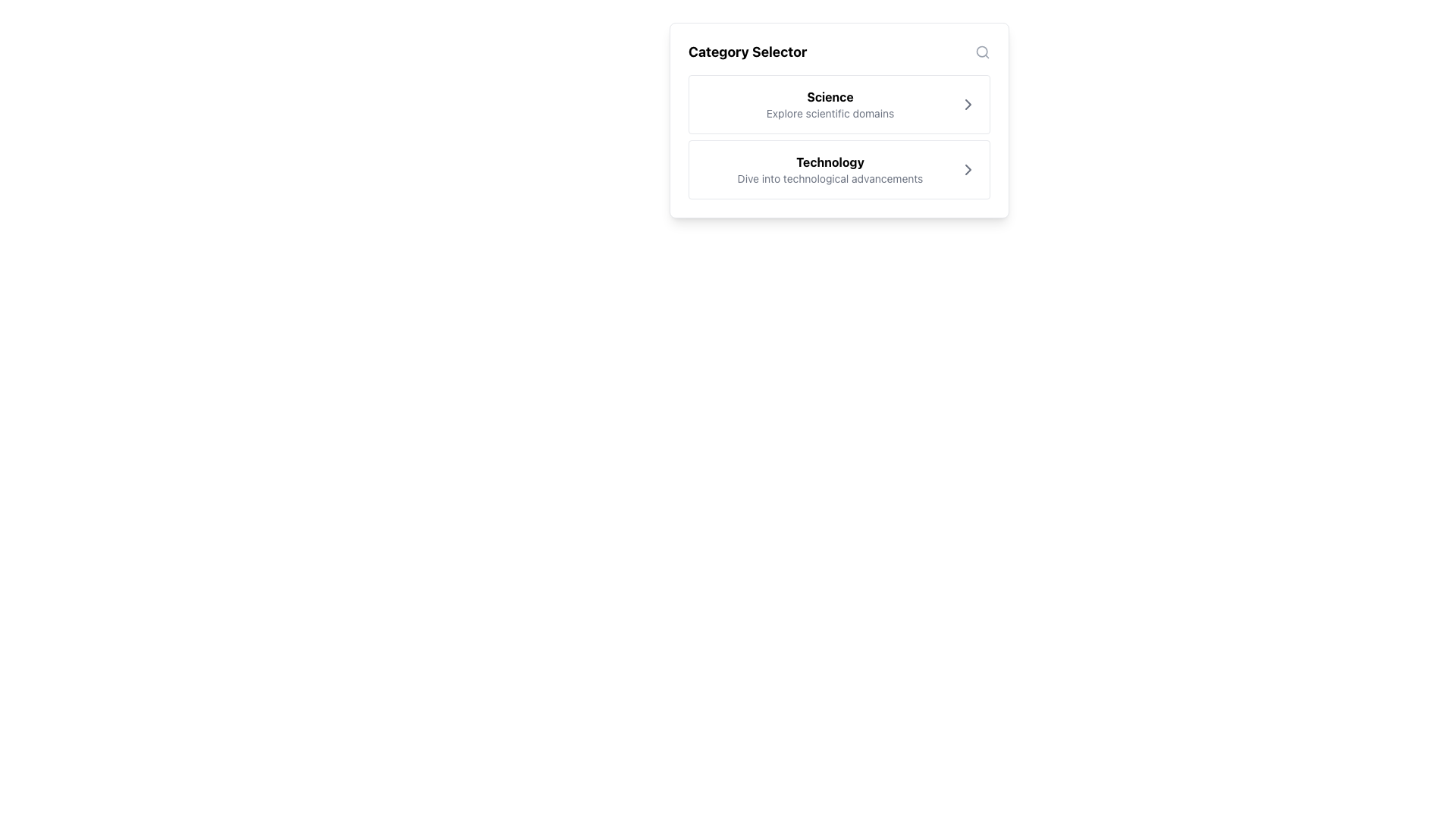  What do you see at coordinates (983, 52) in the screenshot?
I see `the magnifying glass icon in the header section of the category selector box` at bounding box center [983, 52].